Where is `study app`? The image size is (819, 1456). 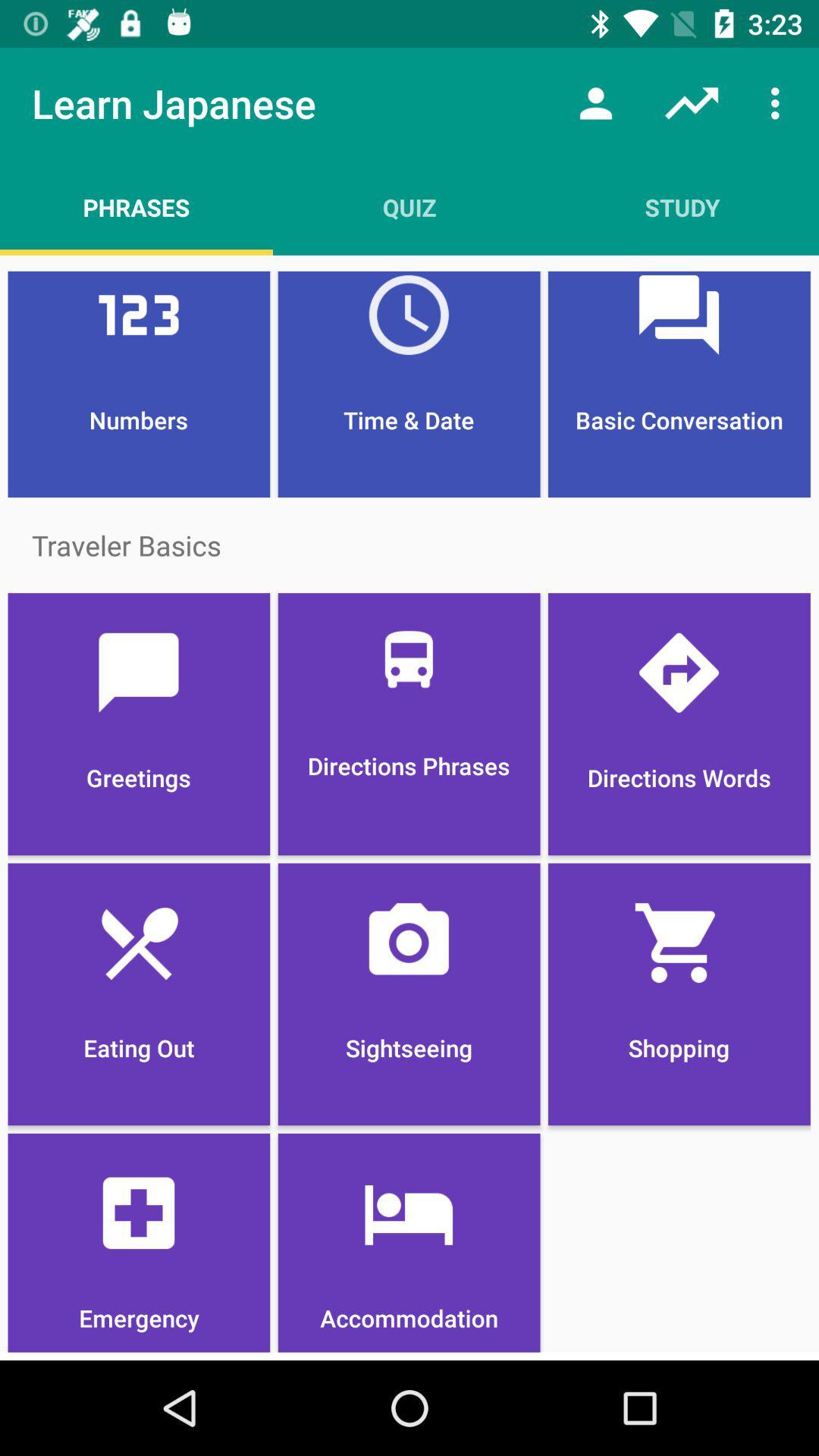
study app is located at coordinates (681, 206).